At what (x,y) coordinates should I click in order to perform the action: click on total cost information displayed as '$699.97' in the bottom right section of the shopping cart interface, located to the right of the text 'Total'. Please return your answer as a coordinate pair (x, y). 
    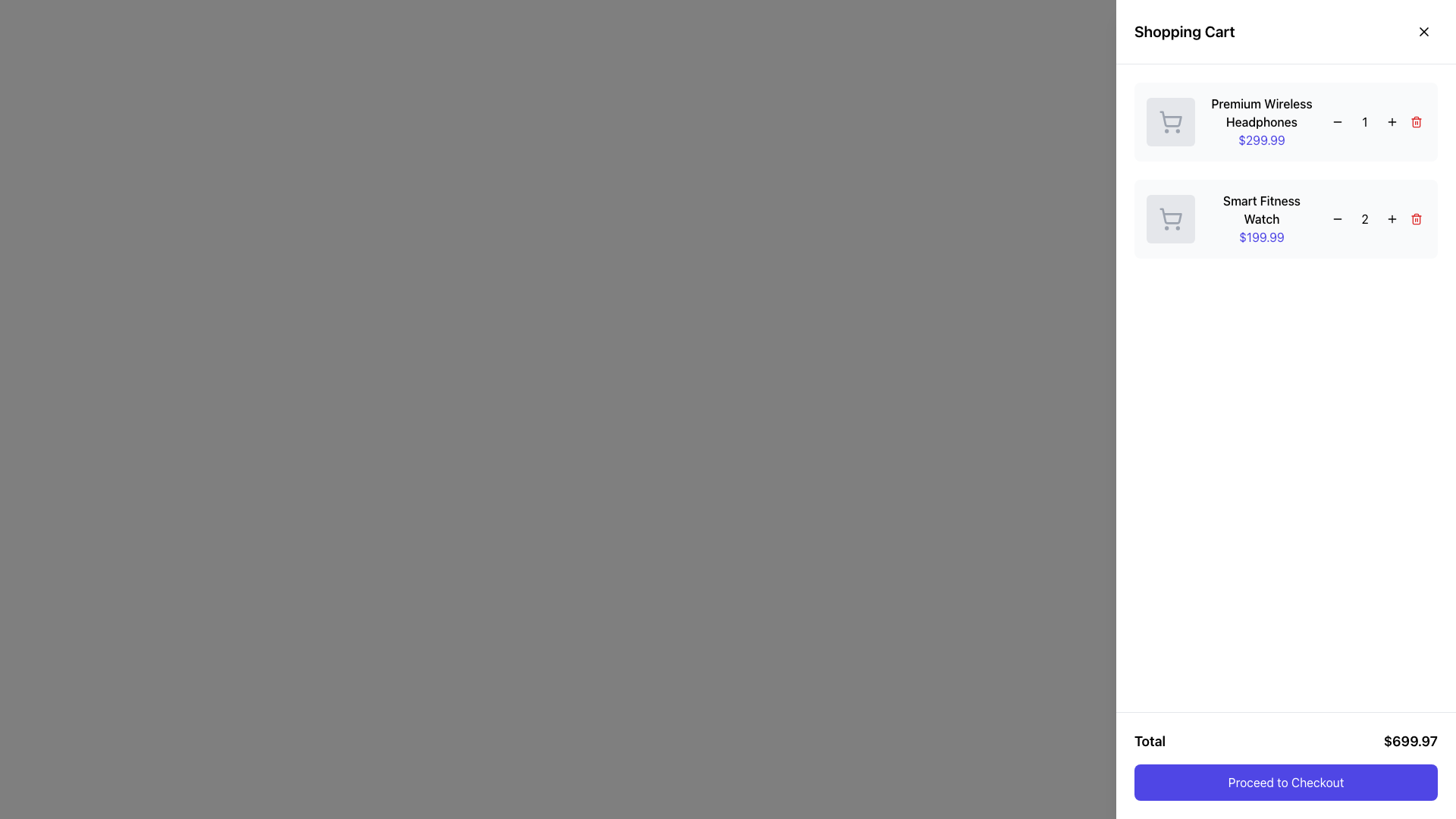
    Looking at the image, I should click on (1410, 741).